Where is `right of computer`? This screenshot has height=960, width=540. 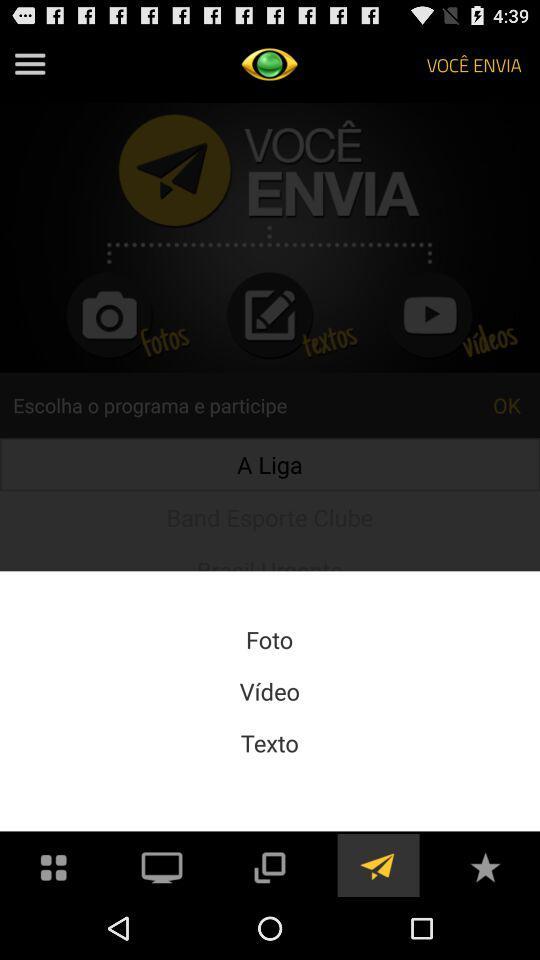
right of computer is located at coordinates (270, 864).